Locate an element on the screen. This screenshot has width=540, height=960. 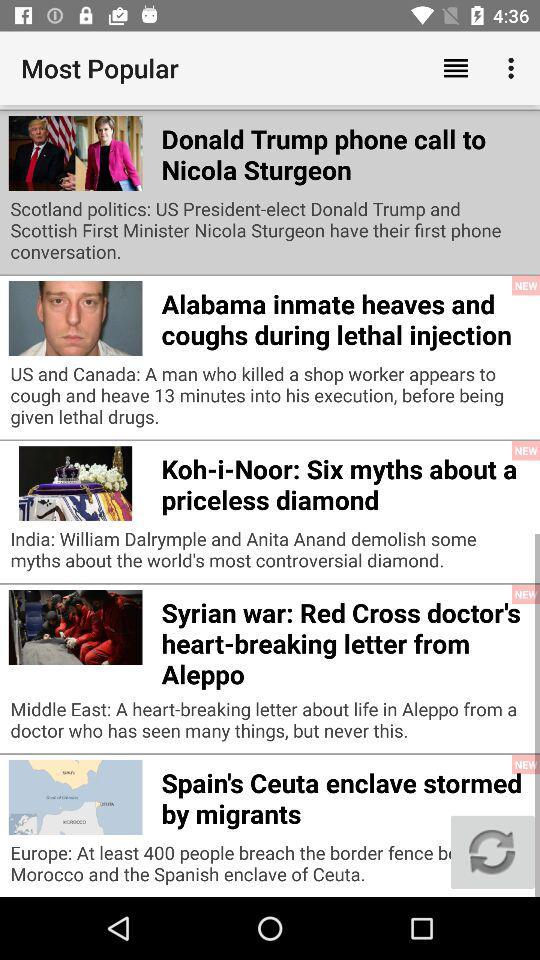
middle east a item is located at coordinates (270, 724).